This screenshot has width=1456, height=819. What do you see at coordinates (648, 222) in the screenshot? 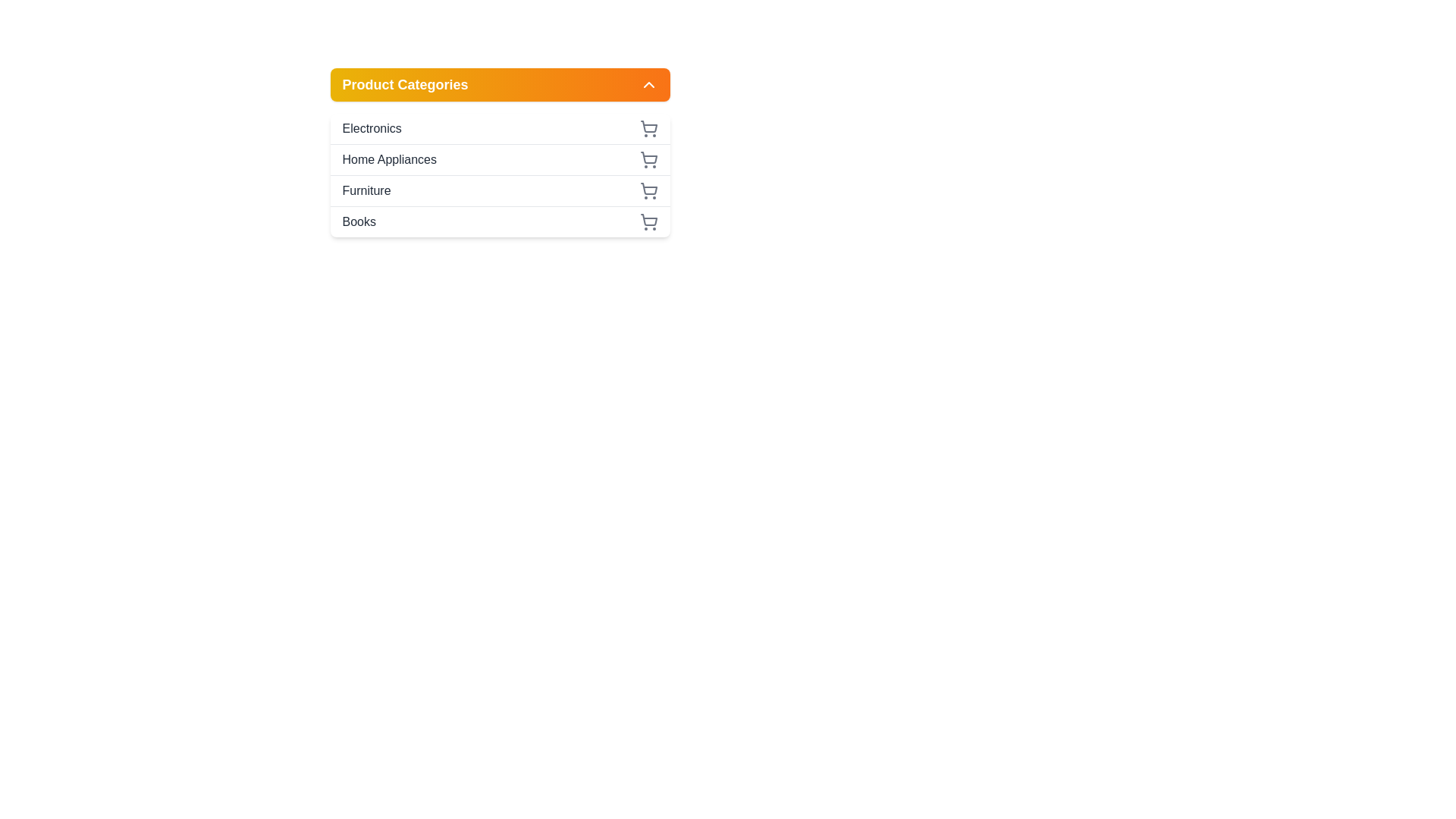
I see `the shopping cart icon located at the far right of the 'Books' category row in the 'Product Categories' list to trigger visual feedback or a tooltip` at bounding box center [648, 222].